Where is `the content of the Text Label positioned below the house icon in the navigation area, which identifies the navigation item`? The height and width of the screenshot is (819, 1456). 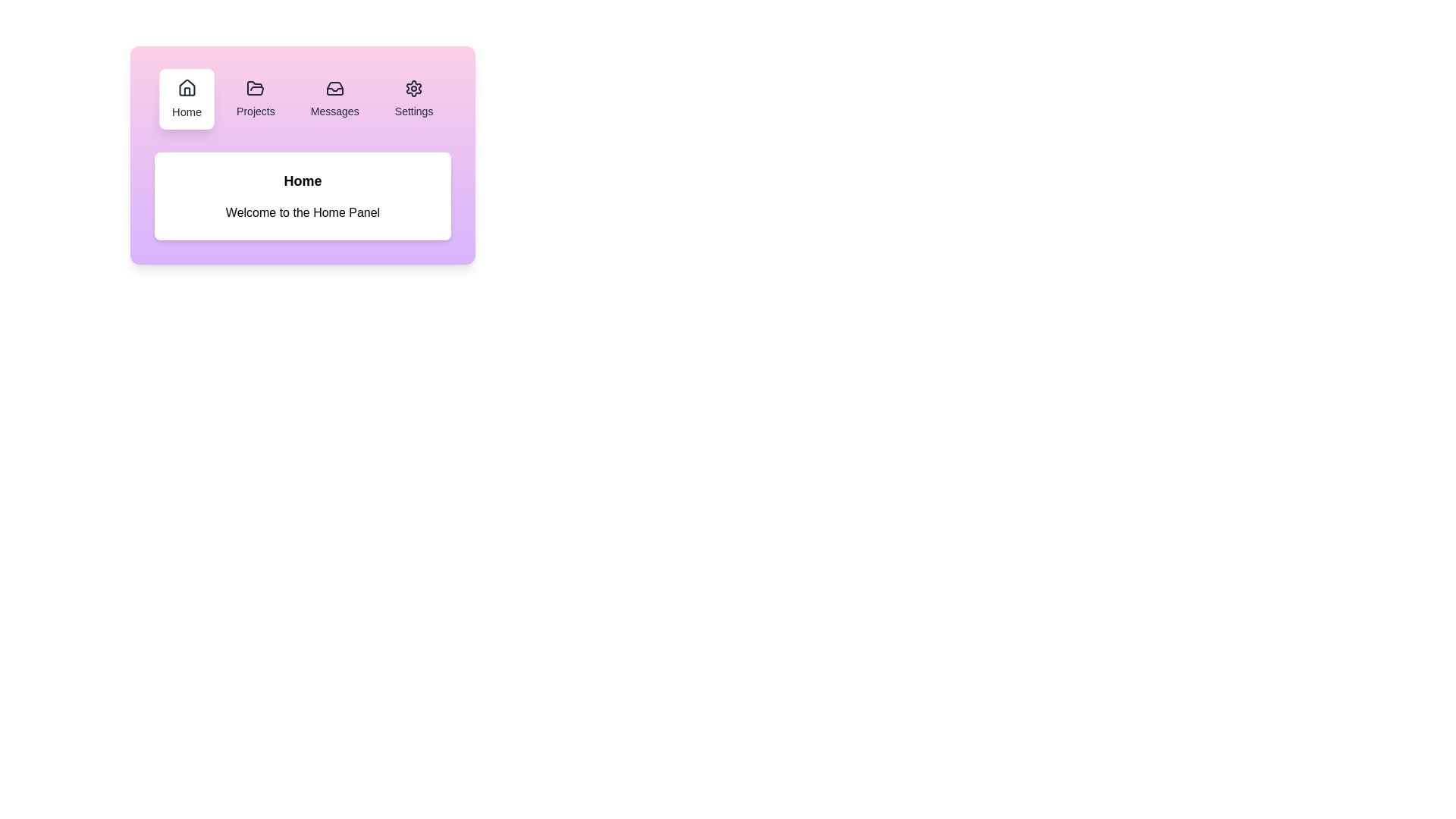 the content of the Text Label positioned below the house icon in the navigation area, which identifies the navigation item is located at coordinates (186, 111).